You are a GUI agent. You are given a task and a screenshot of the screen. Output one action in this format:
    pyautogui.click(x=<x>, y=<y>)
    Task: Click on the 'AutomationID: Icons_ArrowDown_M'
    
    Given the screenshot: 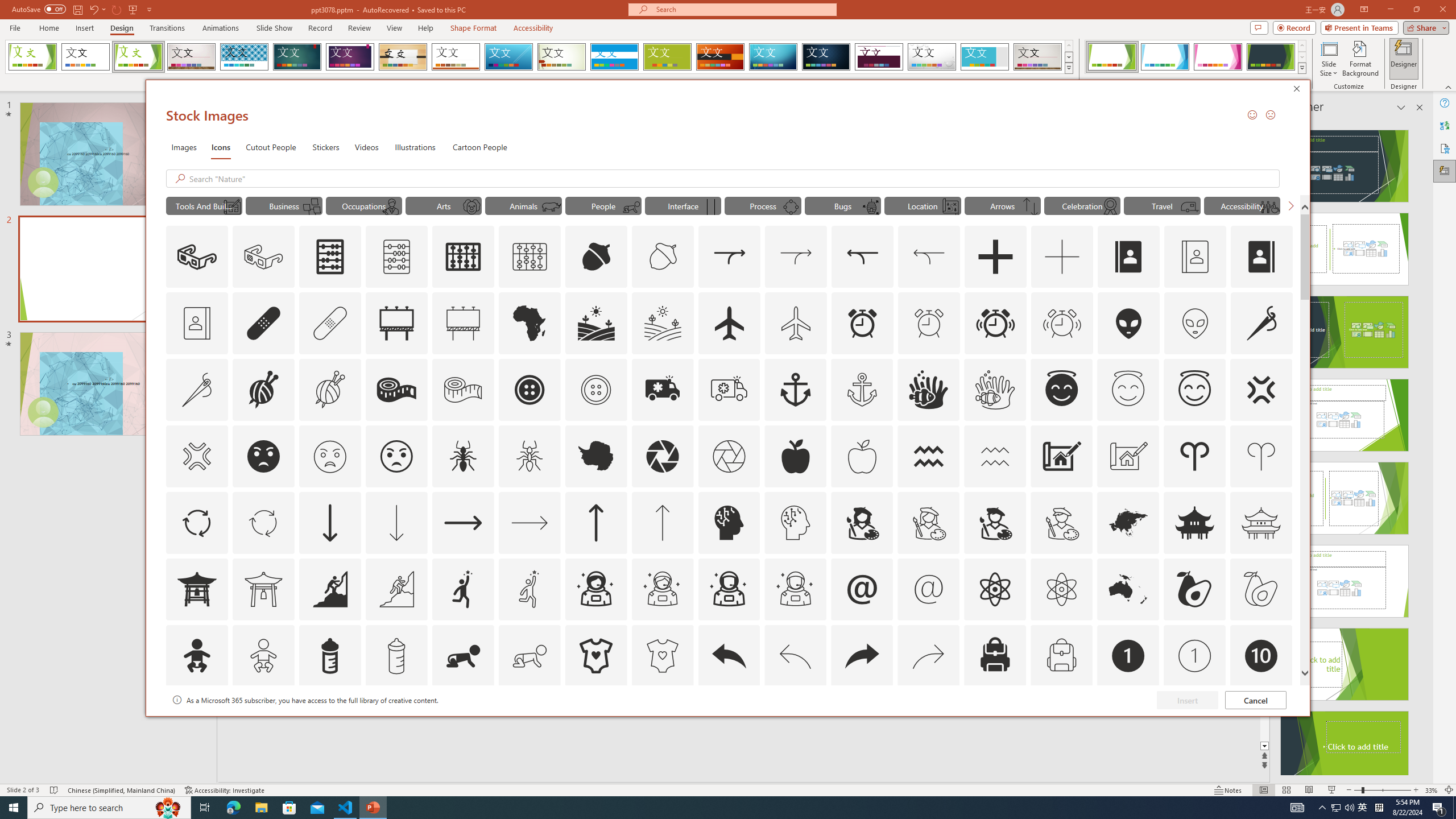 What is the action you would take?
    pyautogui.click(x=396, y=522)
    